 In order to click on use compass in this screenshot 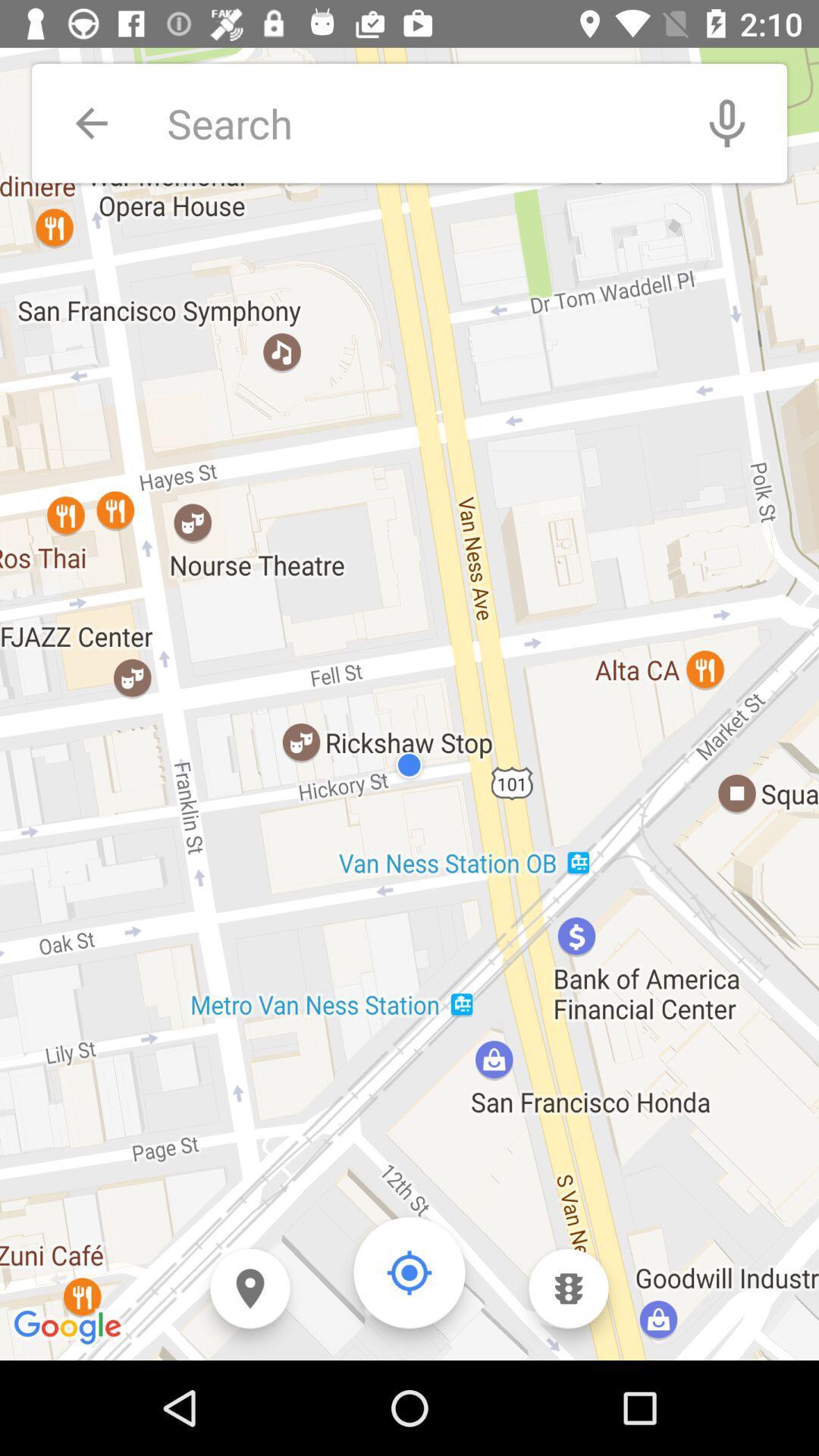, I will do `click(409, 1272)`.